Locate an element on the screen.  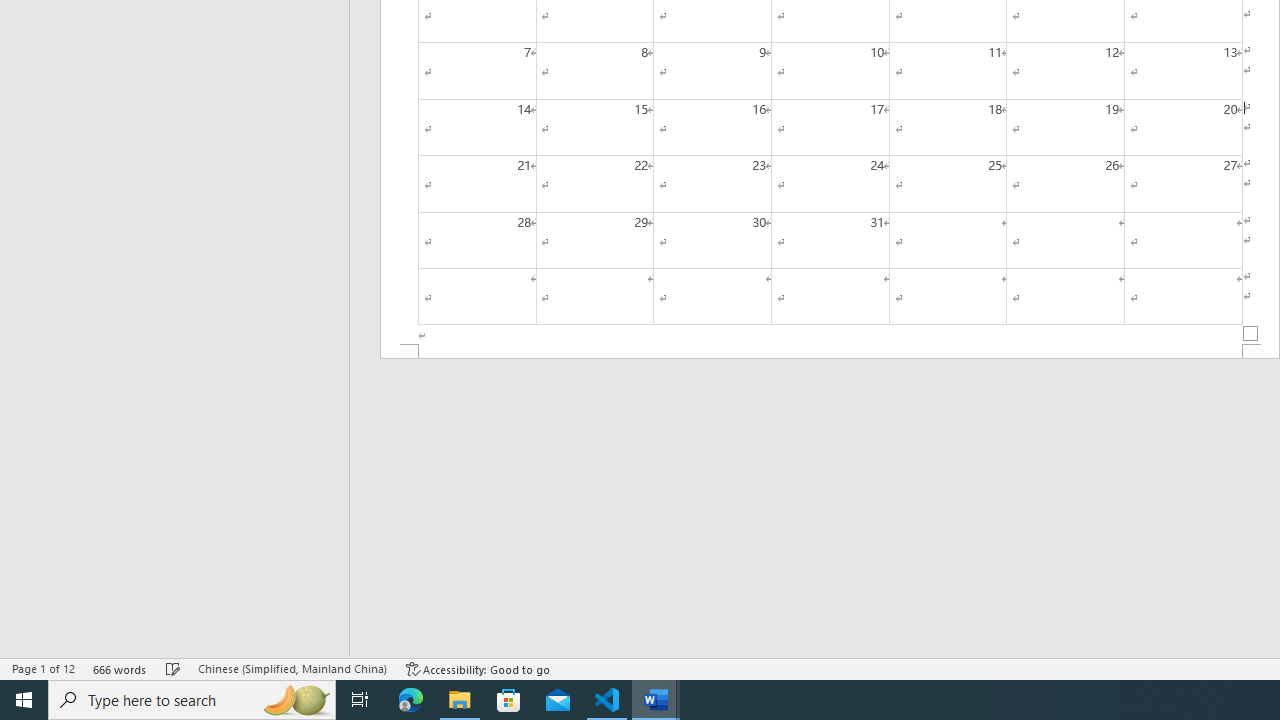
'Word Count 666 words' is located at coordinates (119, 669).